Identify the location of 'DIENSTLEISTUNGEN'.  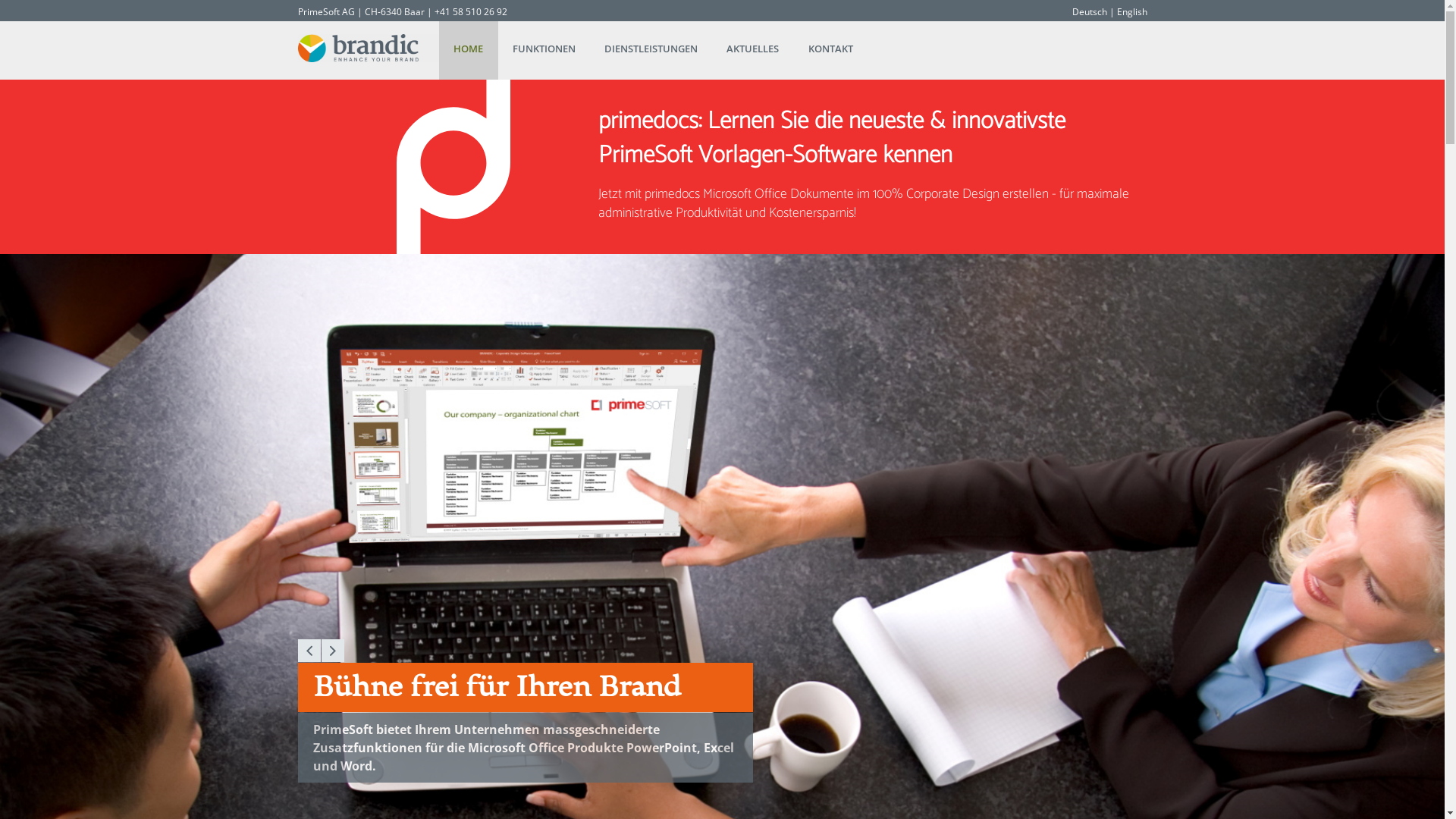
(651, 49).